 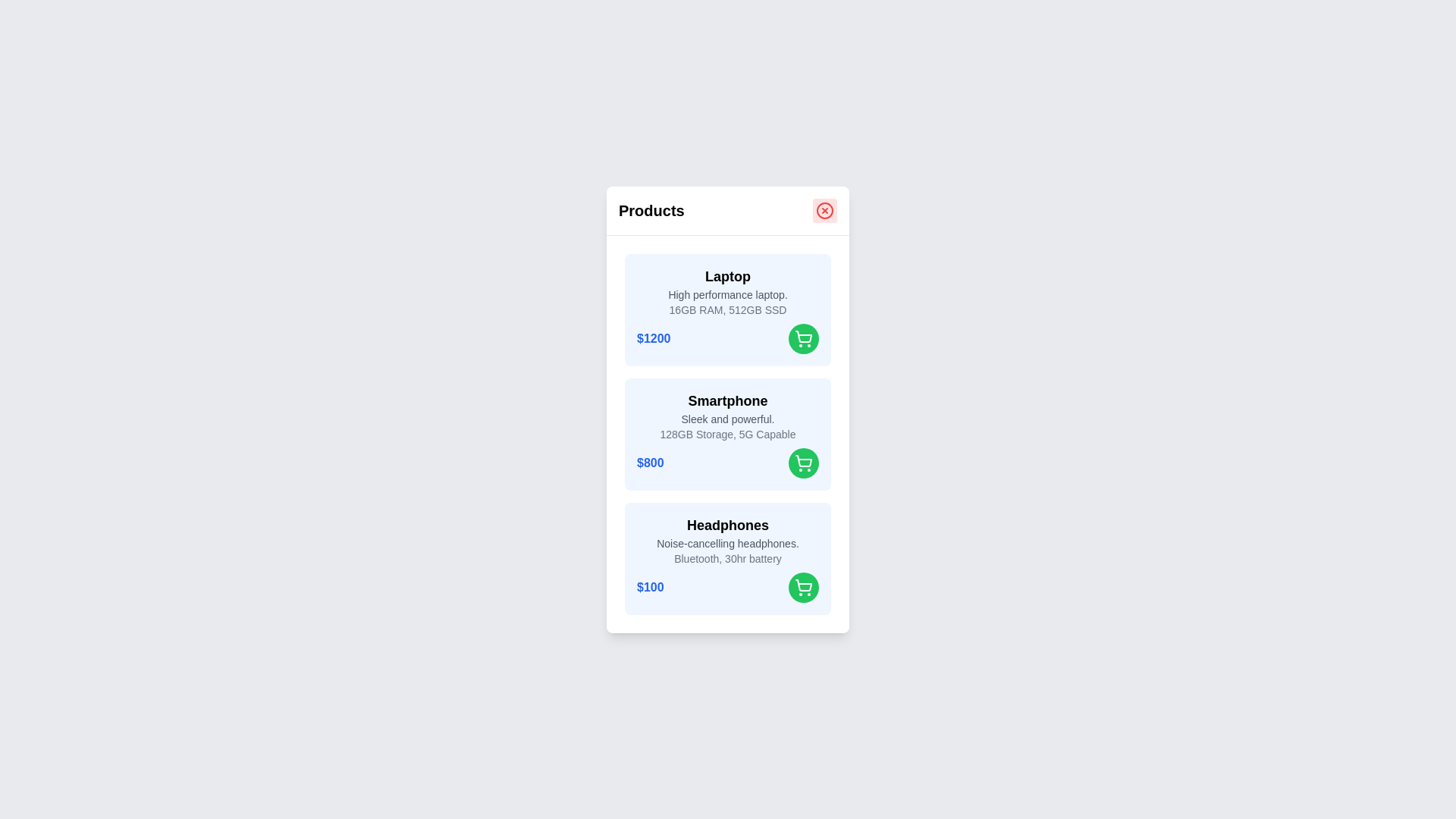 I want to click on the price of the product Laptop, so click(x=654, y=337).